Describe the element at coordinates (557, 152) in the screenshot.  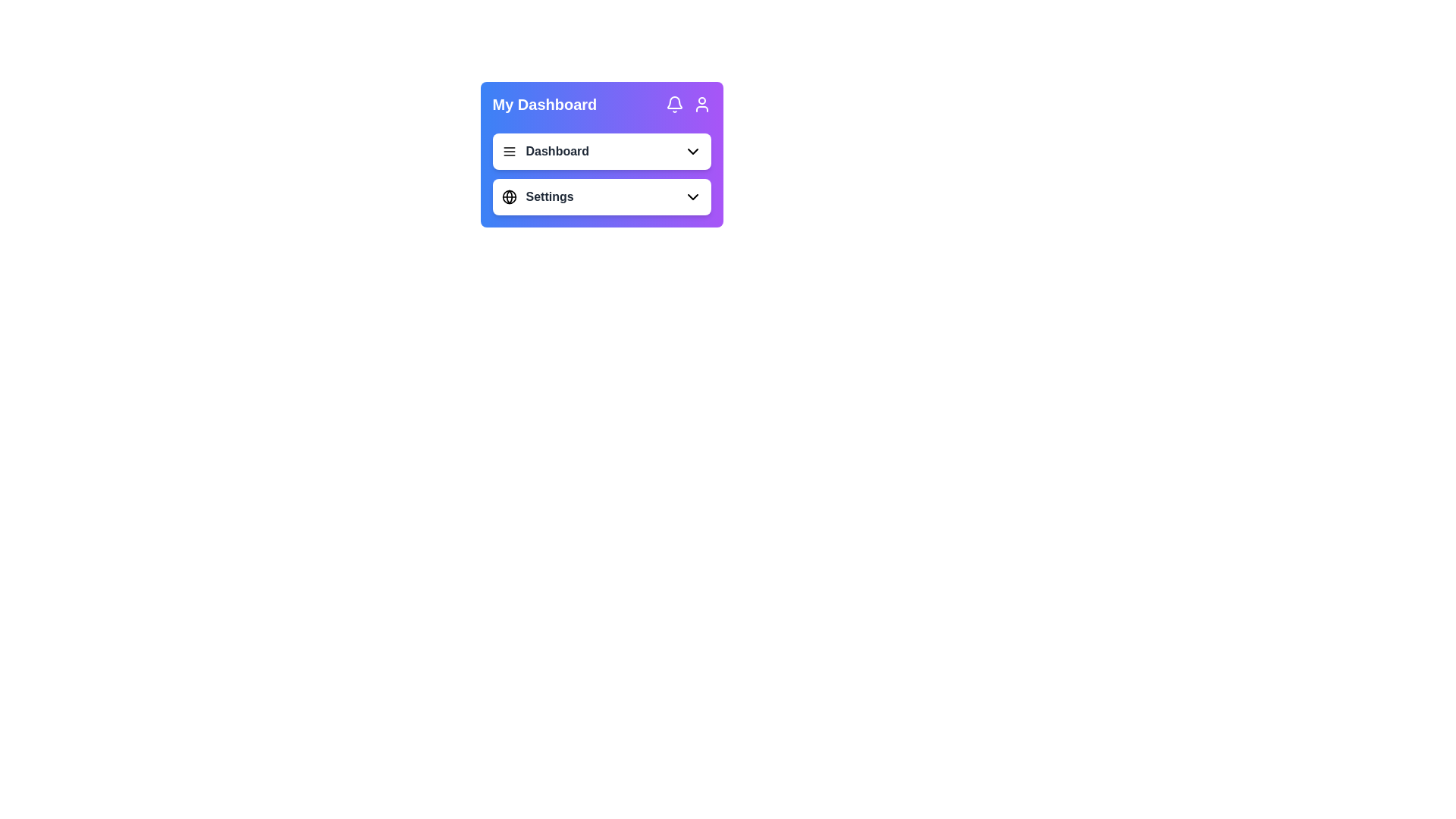
I see `the 'Dashboard' label in bold, dark gray font located in the top-left section of a card UI, adjacent to a menu icon and a dropdown arrow icon` at that location.